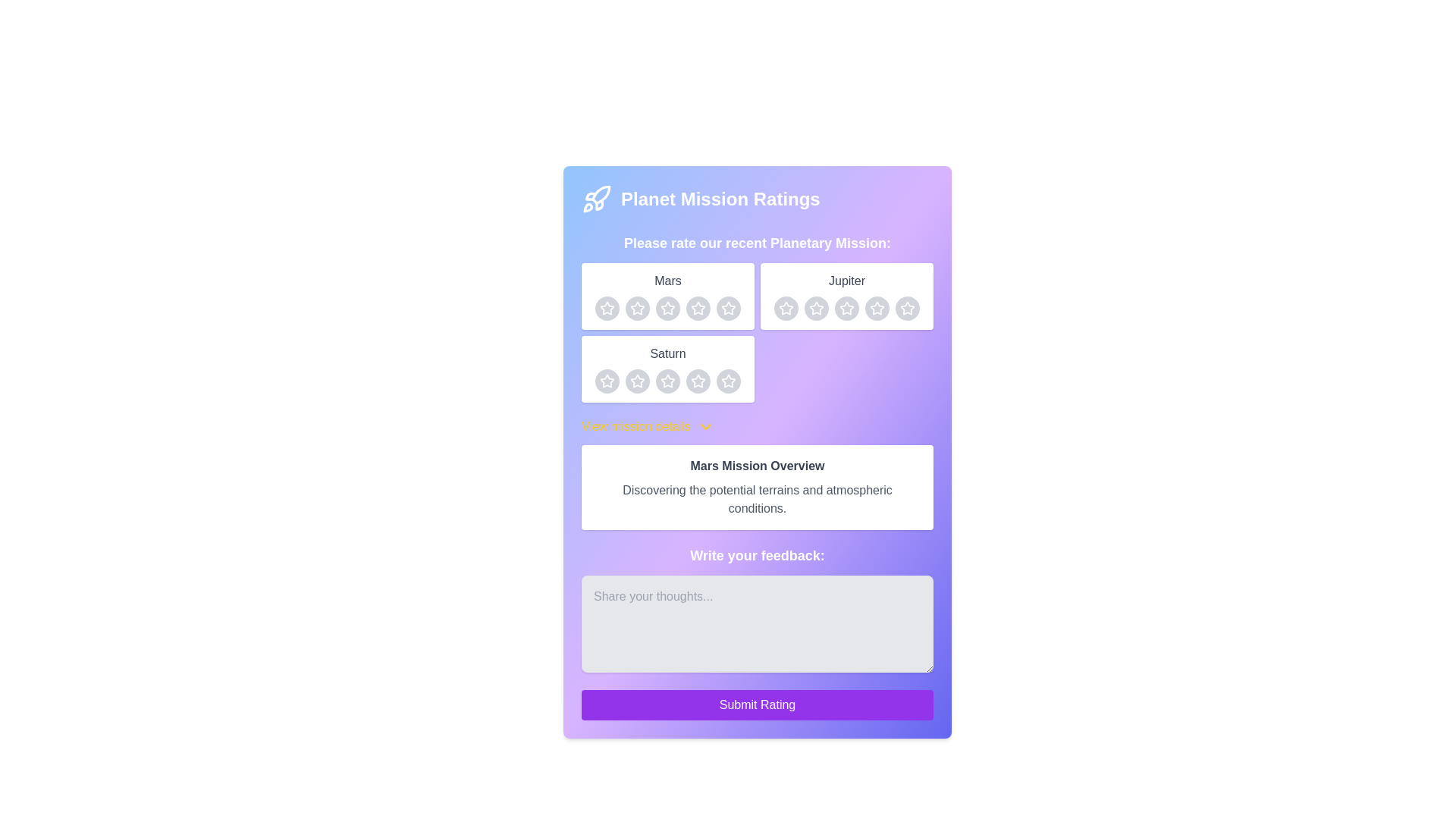  I want to click on the static text label that identifies the current rating card as pertaining to 'Saturn', located centrally in the middle rating card of a 3x3 grid, so click(667, 353).